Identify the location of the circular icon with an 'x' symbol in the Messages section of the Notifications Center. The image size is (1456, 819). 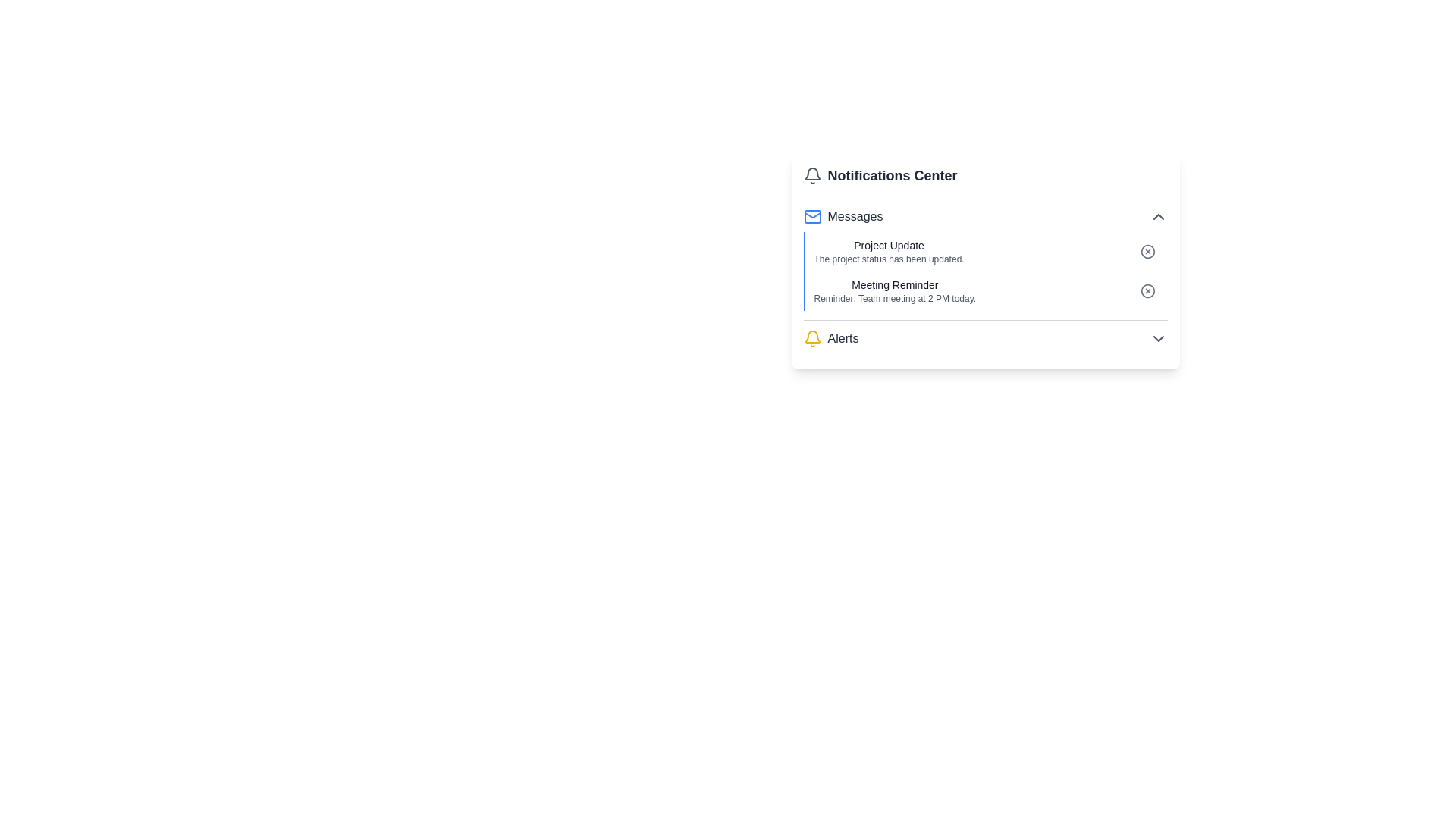
(1147, 250).